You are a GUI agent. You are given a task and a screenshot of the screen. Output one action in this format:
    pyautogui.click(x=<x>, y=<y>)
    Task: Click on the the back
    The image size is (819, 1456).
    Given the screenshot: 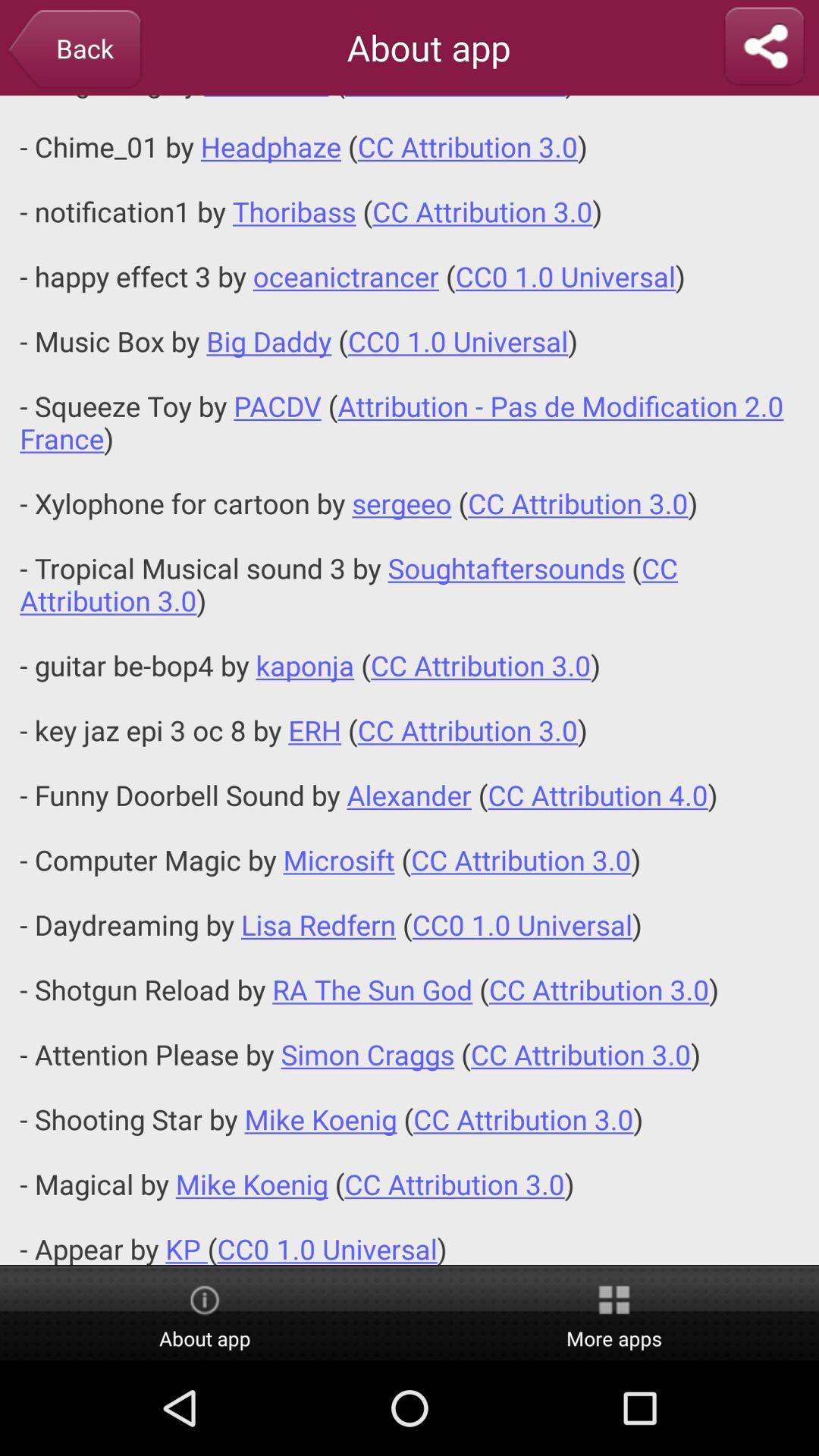 What is the action you would take?
    pyautogui.click(x=74, y=50)
    